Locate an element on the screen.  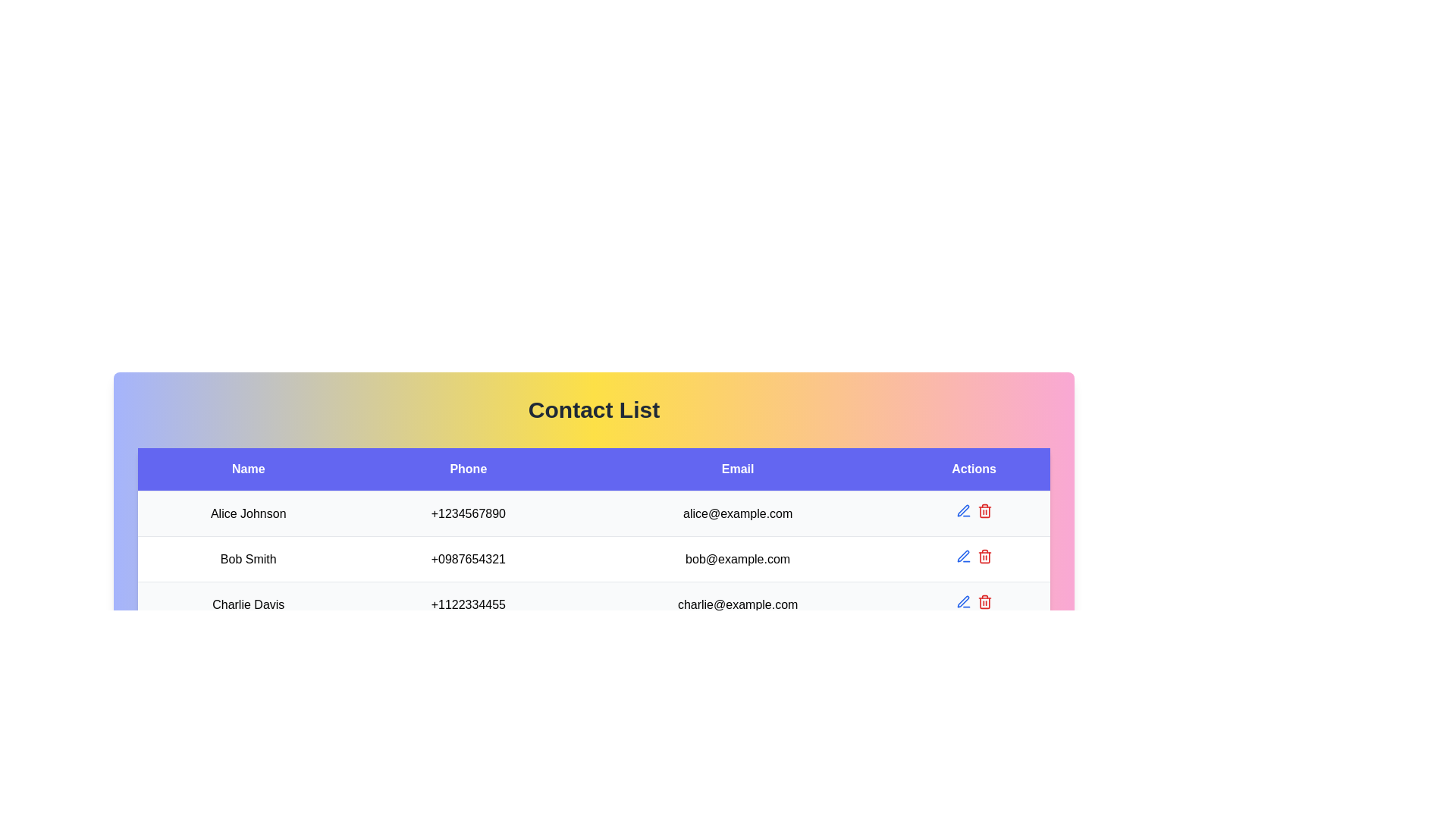
the phone number text '+0987654321' located in the 'Phone' column of Bob Smith's information in the second row of the table is located at coordinates (467, 559).